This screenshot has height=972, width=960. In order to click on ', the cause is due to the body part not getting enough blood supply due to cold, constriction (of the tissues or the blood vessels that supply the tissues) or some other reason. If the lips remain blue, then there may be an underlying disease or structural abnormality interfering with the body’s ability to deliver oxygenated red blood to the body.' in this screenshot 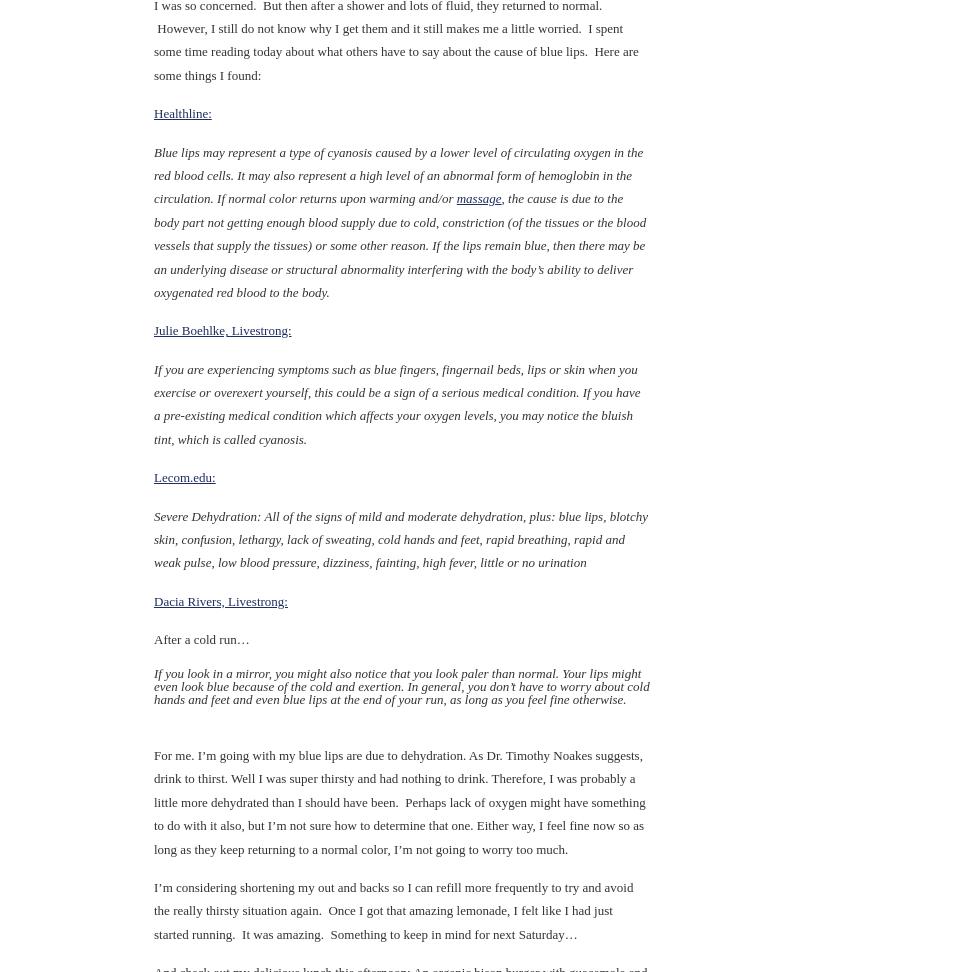, I will do `click(152, 245)`.